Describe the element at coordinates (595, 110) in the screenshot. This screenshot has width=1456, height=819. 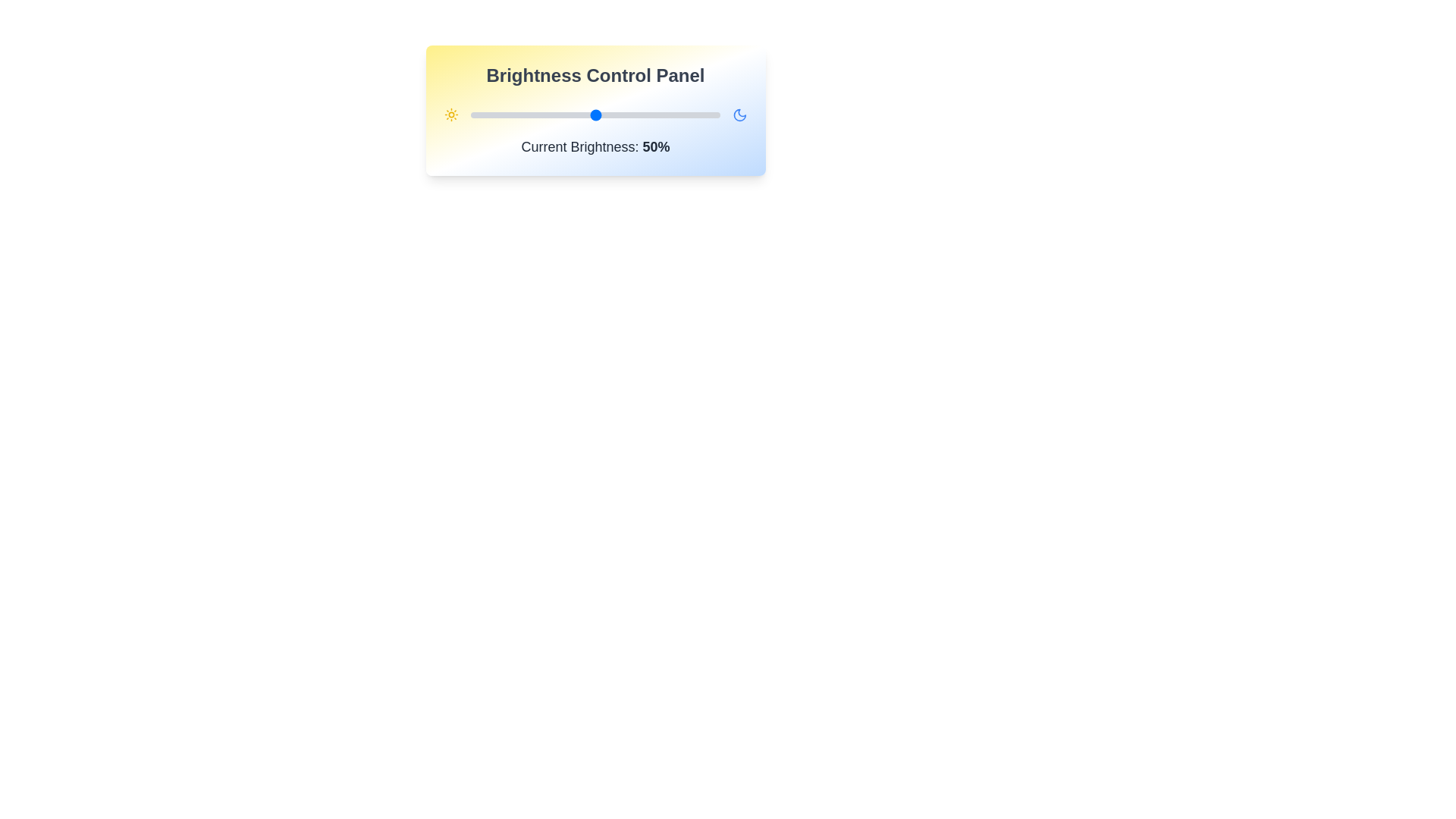
I see `displayed text 'Current Brightness: 50%' from the Control panel with a slider, which allows the user to adjust the brightness setting` at that location.